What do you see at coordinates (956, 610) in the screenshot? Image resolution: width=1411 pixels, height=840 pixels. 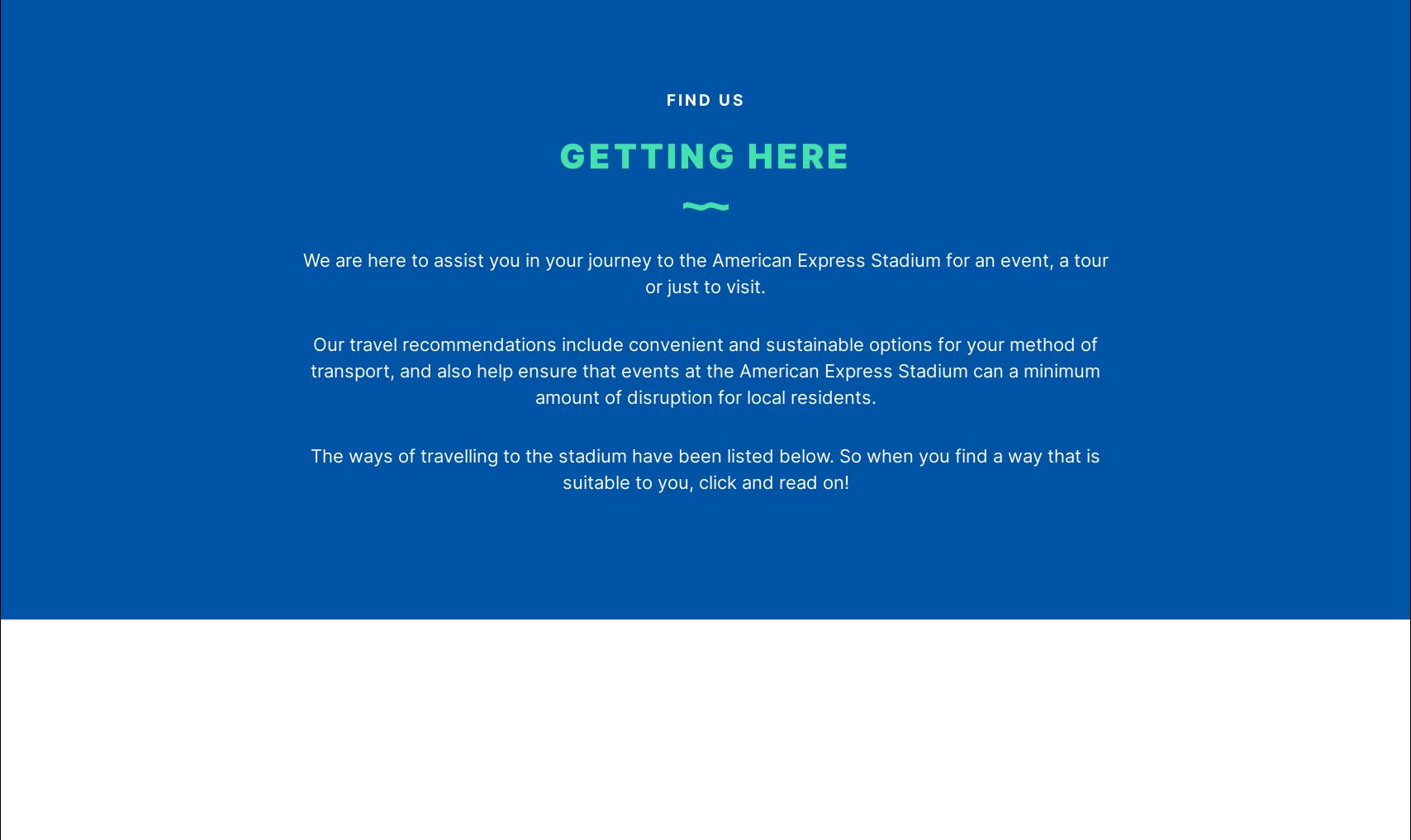 I see `'Site design & build by'` at bounding box center [956, 610].